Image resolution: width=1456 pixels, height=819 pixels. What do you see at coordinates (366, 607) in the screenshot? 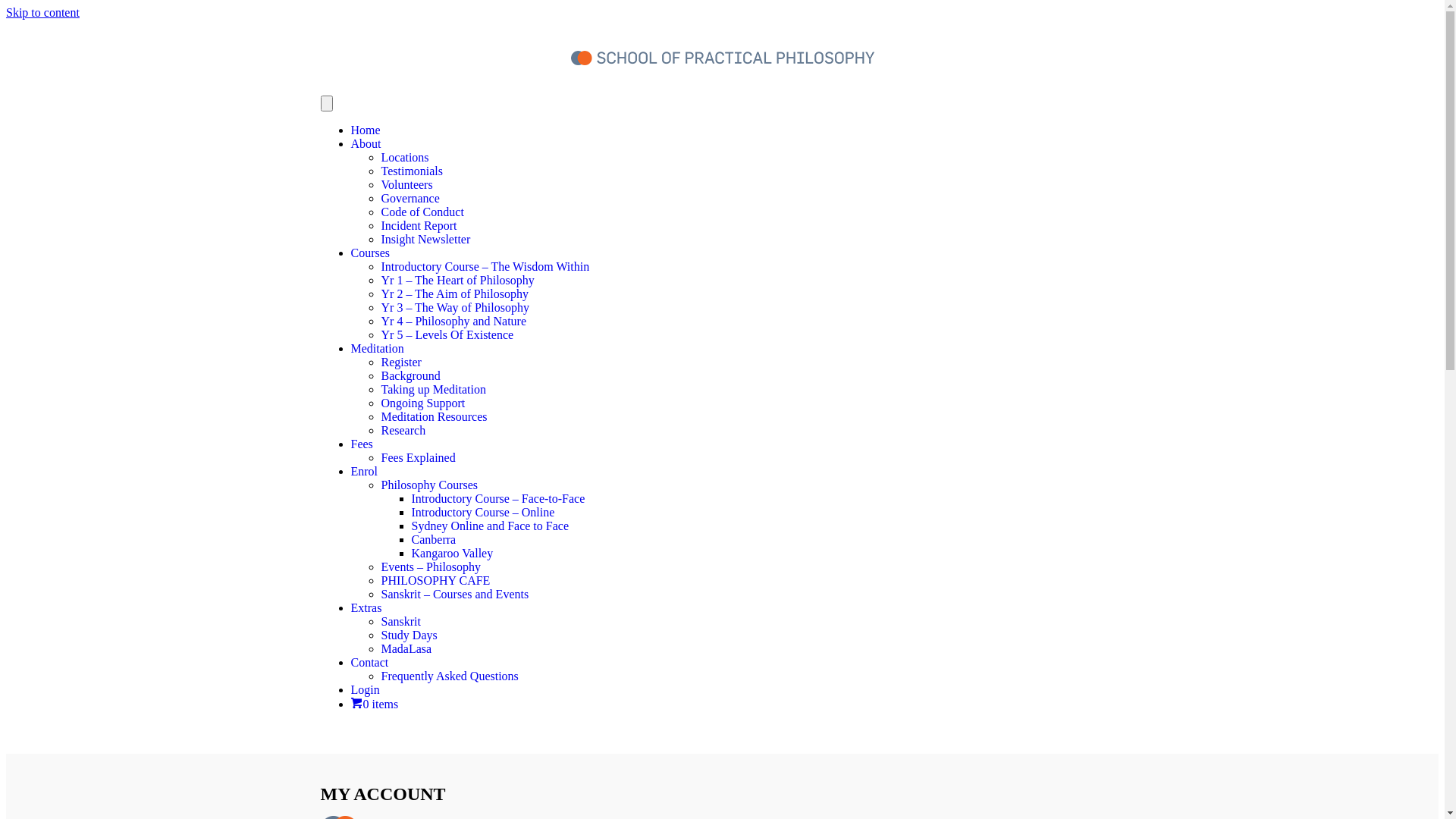
I see `'Extras'` at bounding box center [366, 607].